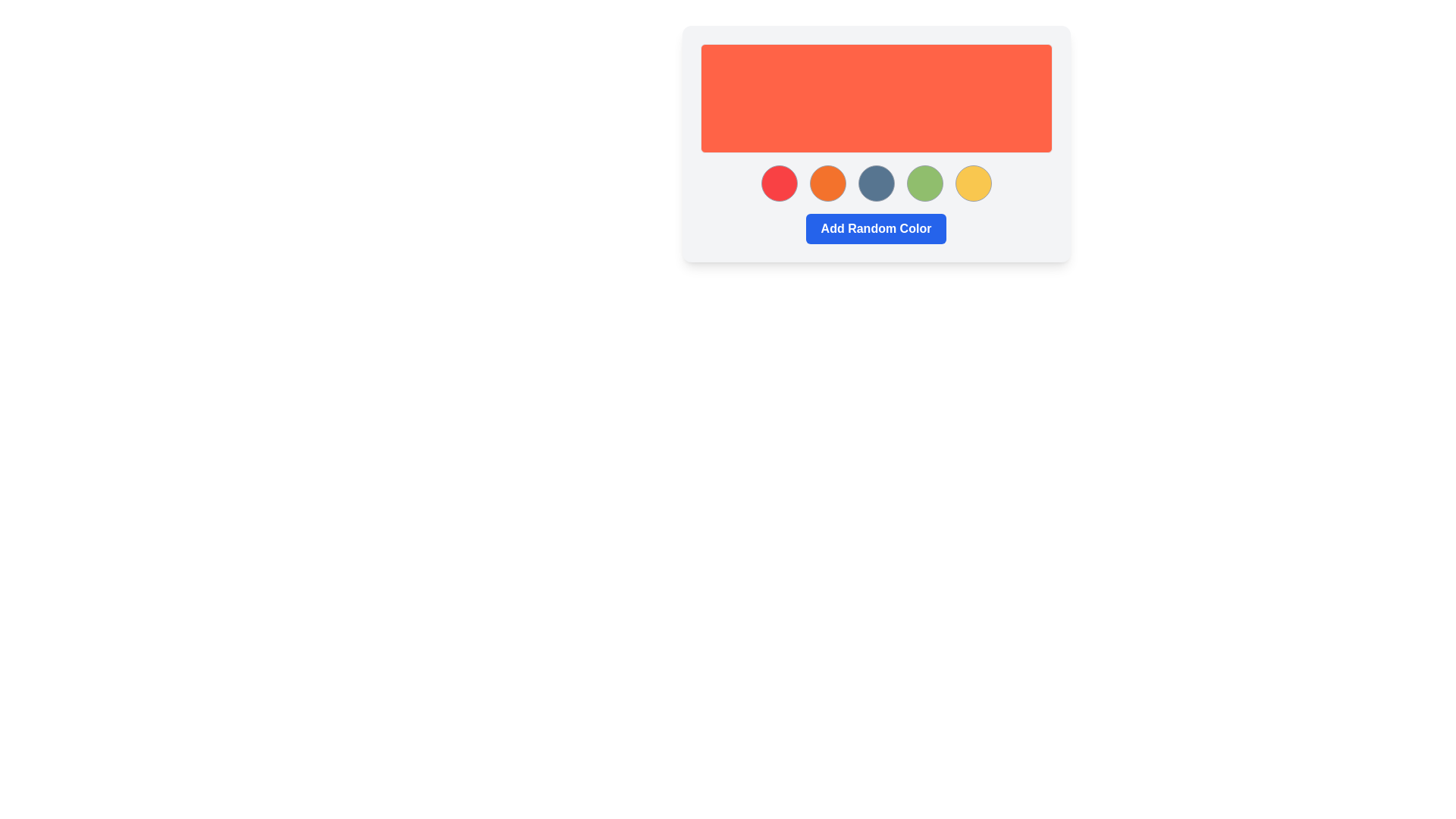  I want to click on the third circular button styled in dark blue (rgb(87, 117, 144)), so click(876, 183).